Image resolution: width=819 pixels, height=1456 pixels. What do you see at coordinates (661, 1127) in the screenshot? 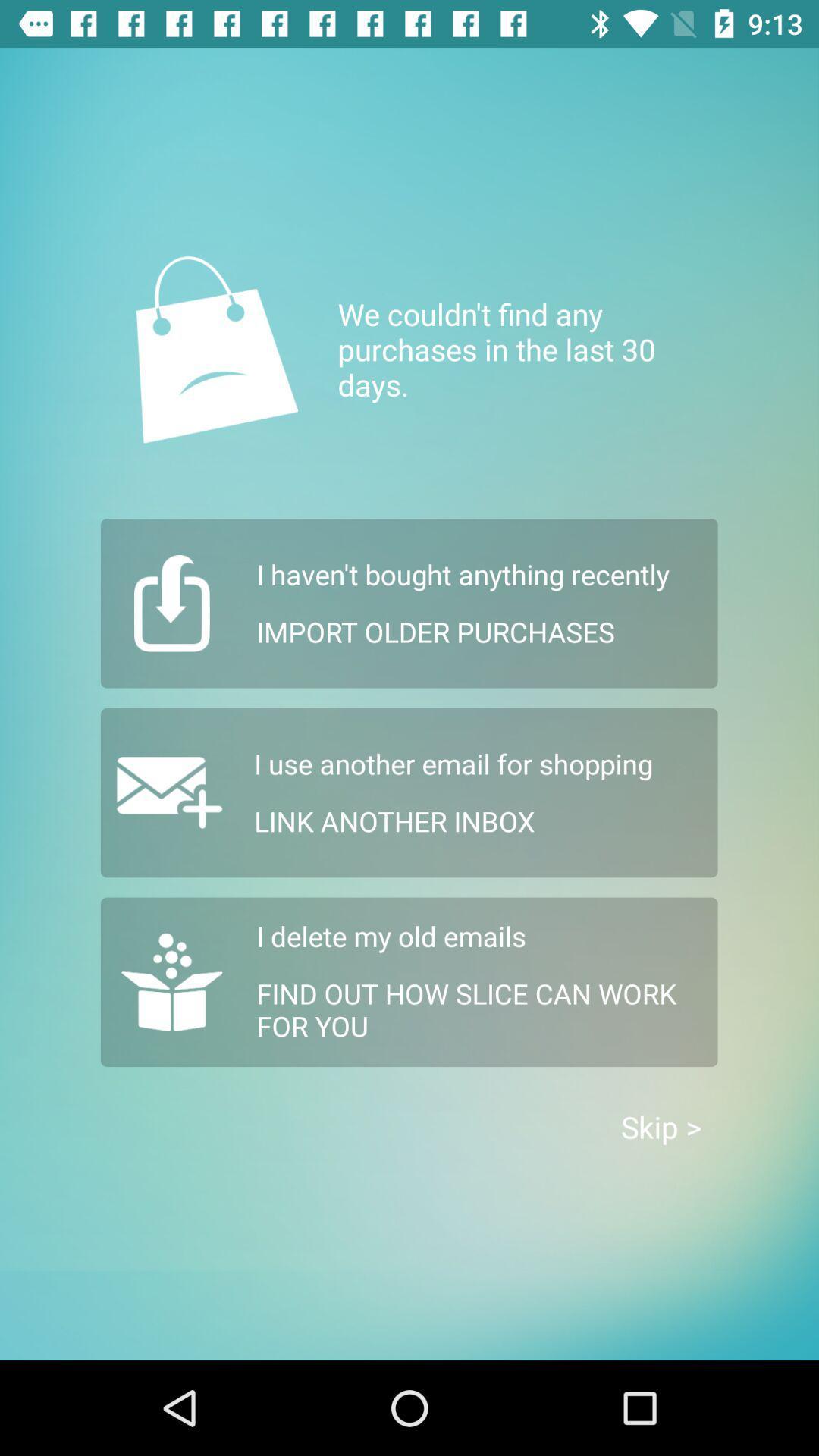
I see `icon below the find out how item` at bounding box center [661, 1127].